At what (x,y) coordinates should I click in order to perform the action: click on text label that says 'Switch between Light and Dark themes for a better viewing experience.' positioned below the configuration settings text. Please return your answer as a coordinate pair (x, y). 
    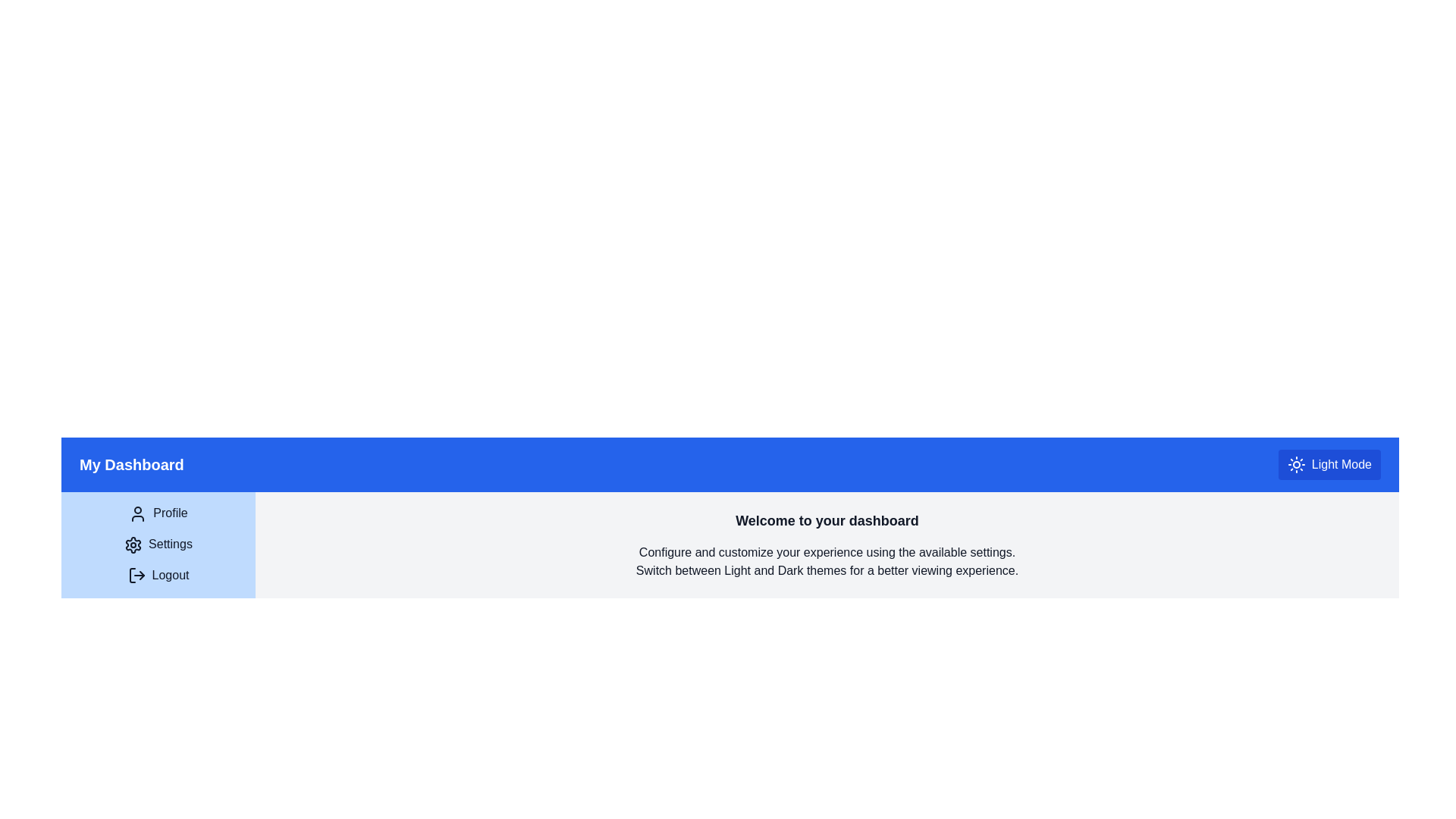
    Looking at the image, I should click on (826, 570).